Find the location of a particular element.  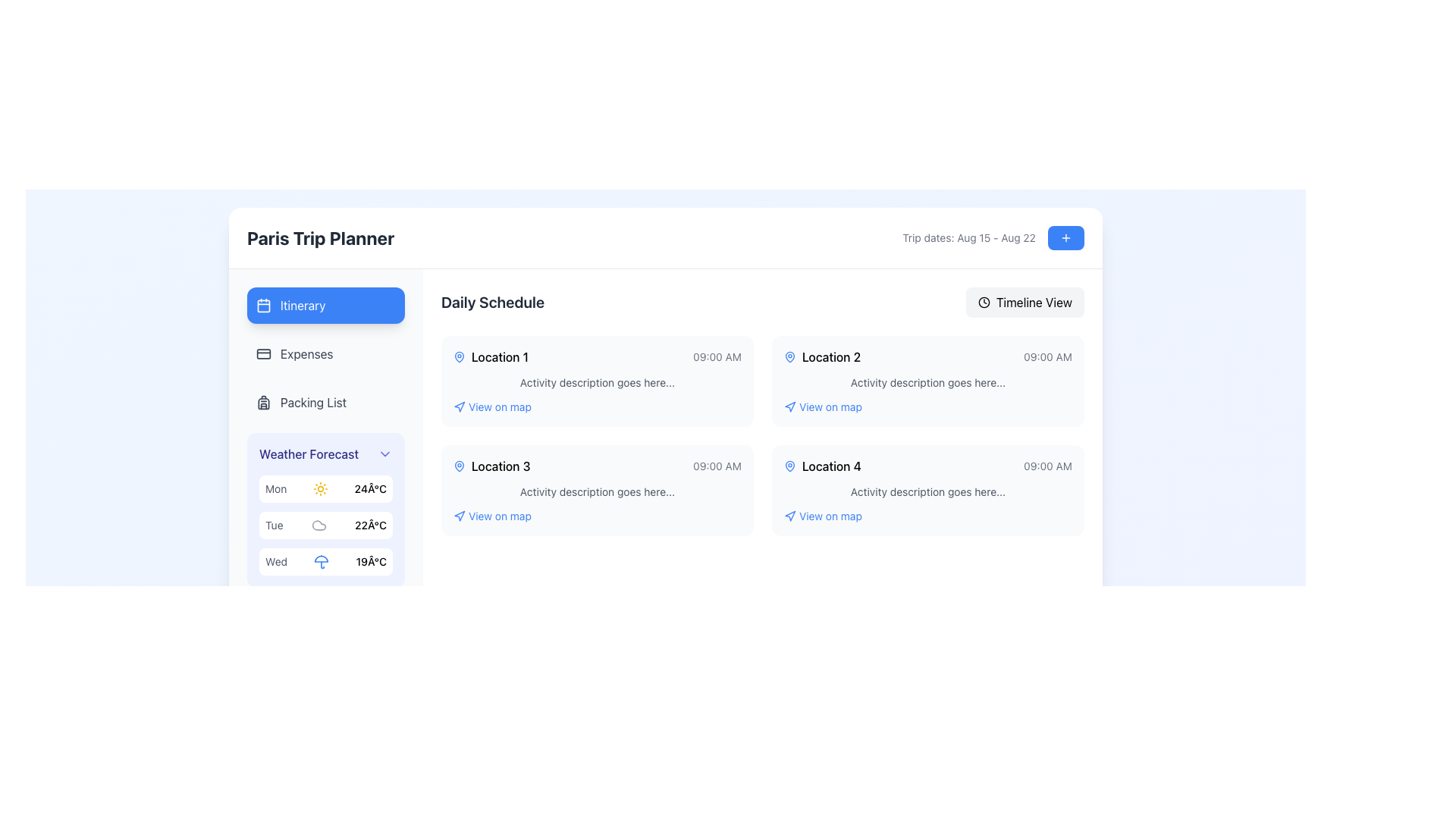

the top card in the second column of the 'Daily Schedule' section is located at coordinates (927, 380).